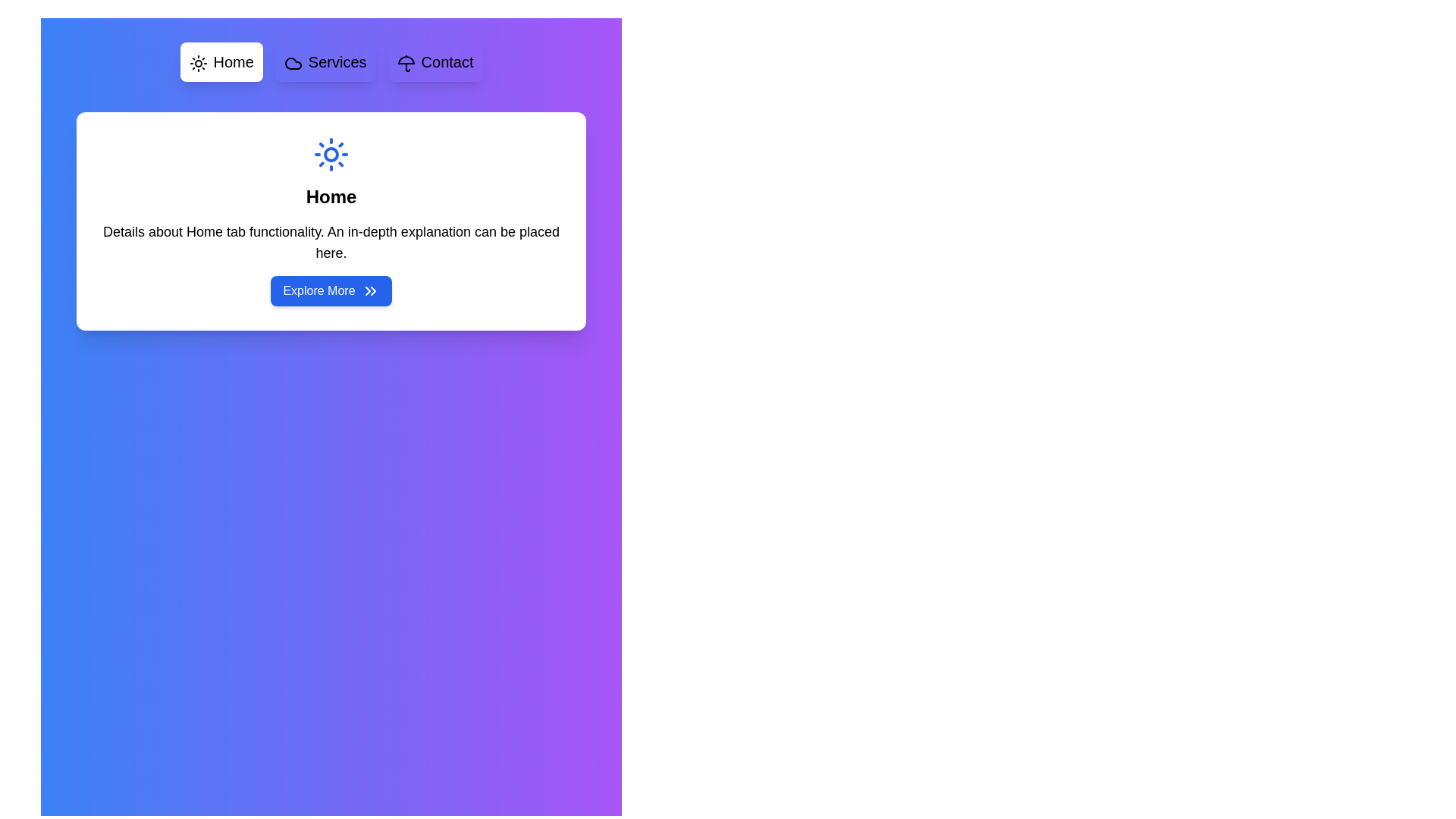  Describe the element at coordinates (370, 291) in the screenshot. I see `the dual-chevron icon located at the right-most part of the 'Explore More' button at the bottom center of the main white card component` at that location.